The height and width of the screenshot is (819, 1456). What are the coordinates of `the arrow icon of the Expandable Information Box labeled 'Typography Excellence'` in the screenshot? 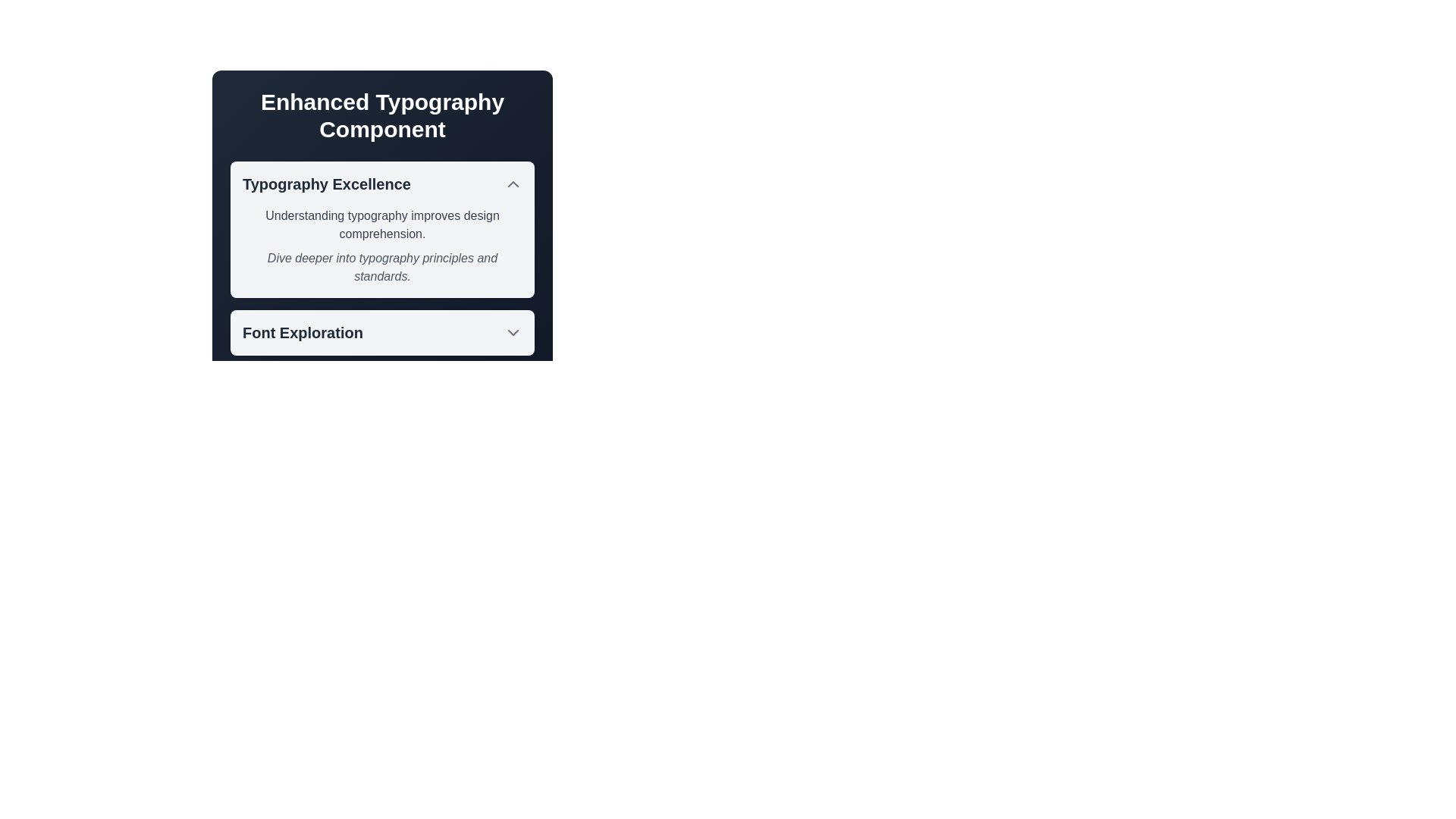 It's located at (382, 206).